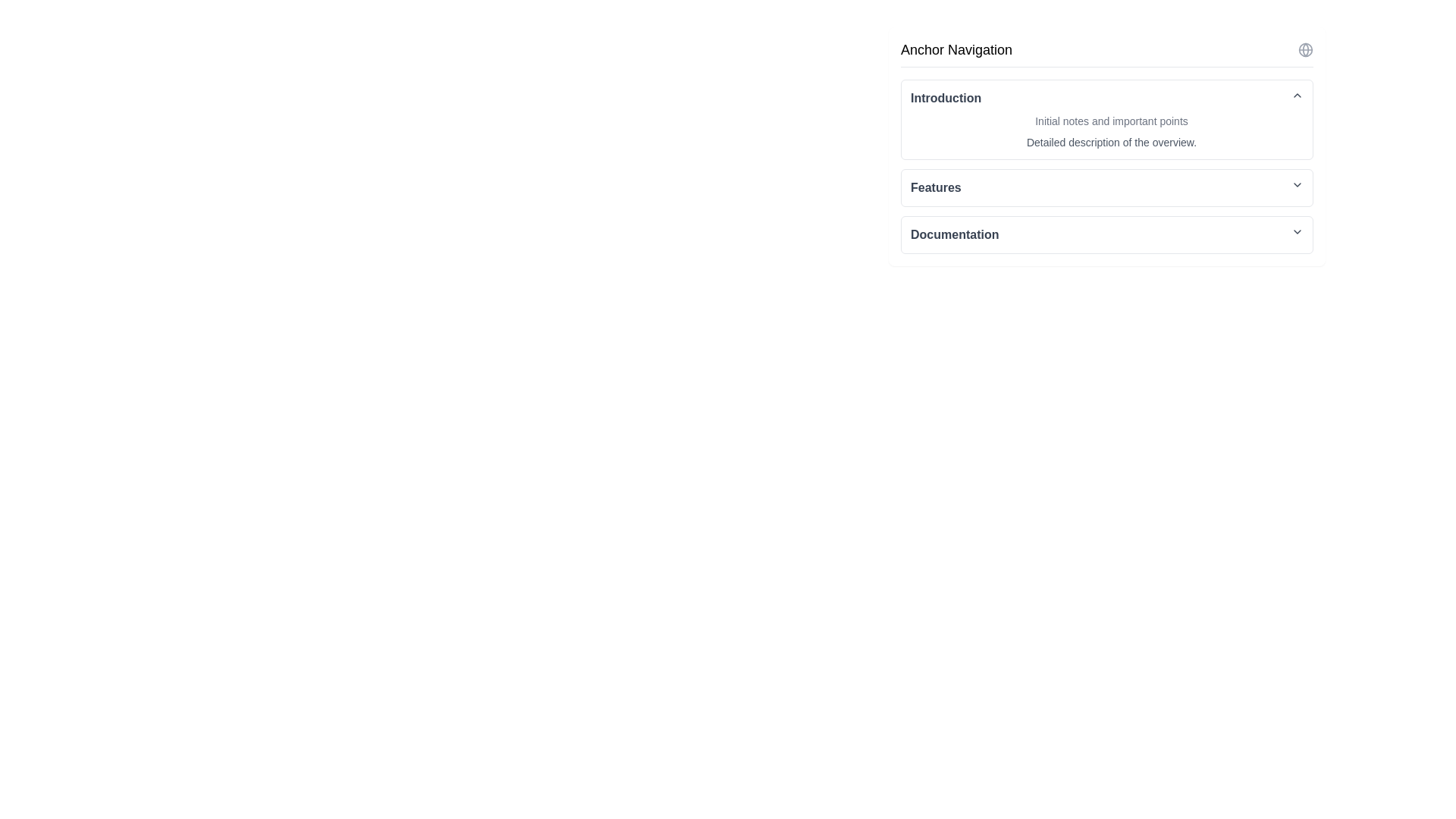  What do you see at coordinates (1111, 120) in the screenshot?
I see `the static text element that serves as an introductory title in the 'Introduction' section, located at the top of the section` at bounding box center [1111, 120].